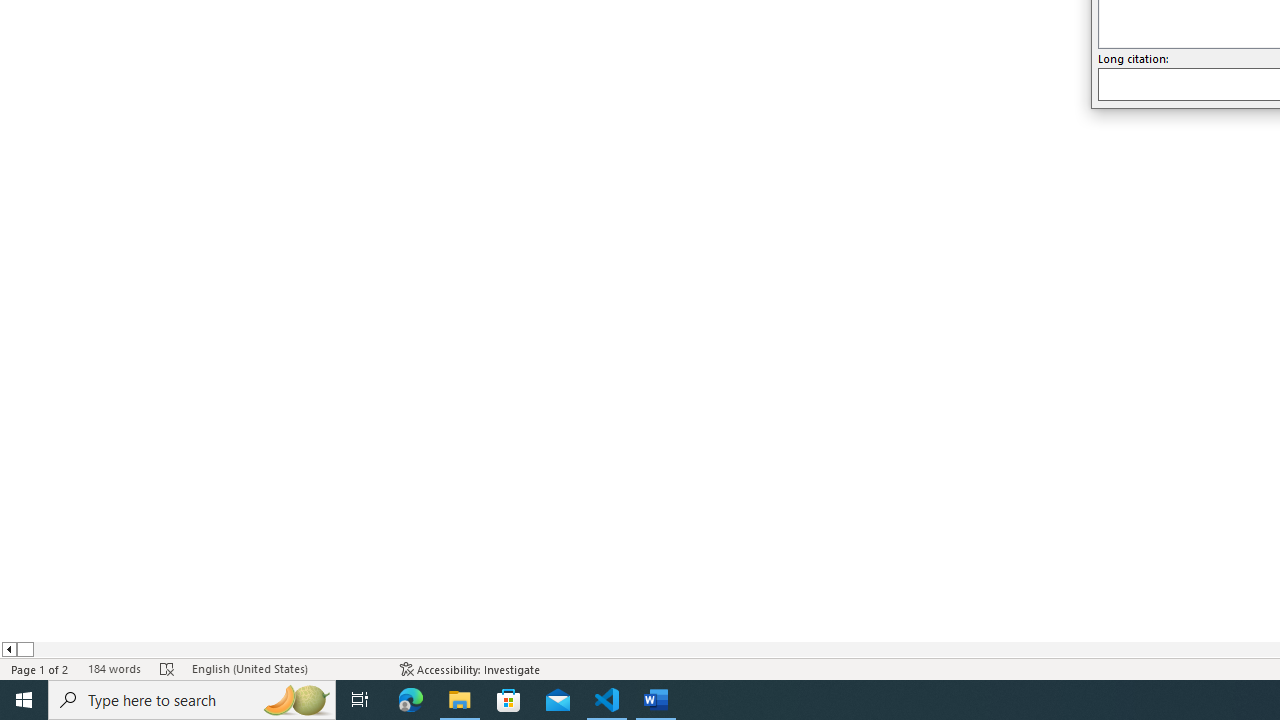 This screenshot has width=1280, height=720. I want to click on 'Word Count 184 words', so click(112, 669).